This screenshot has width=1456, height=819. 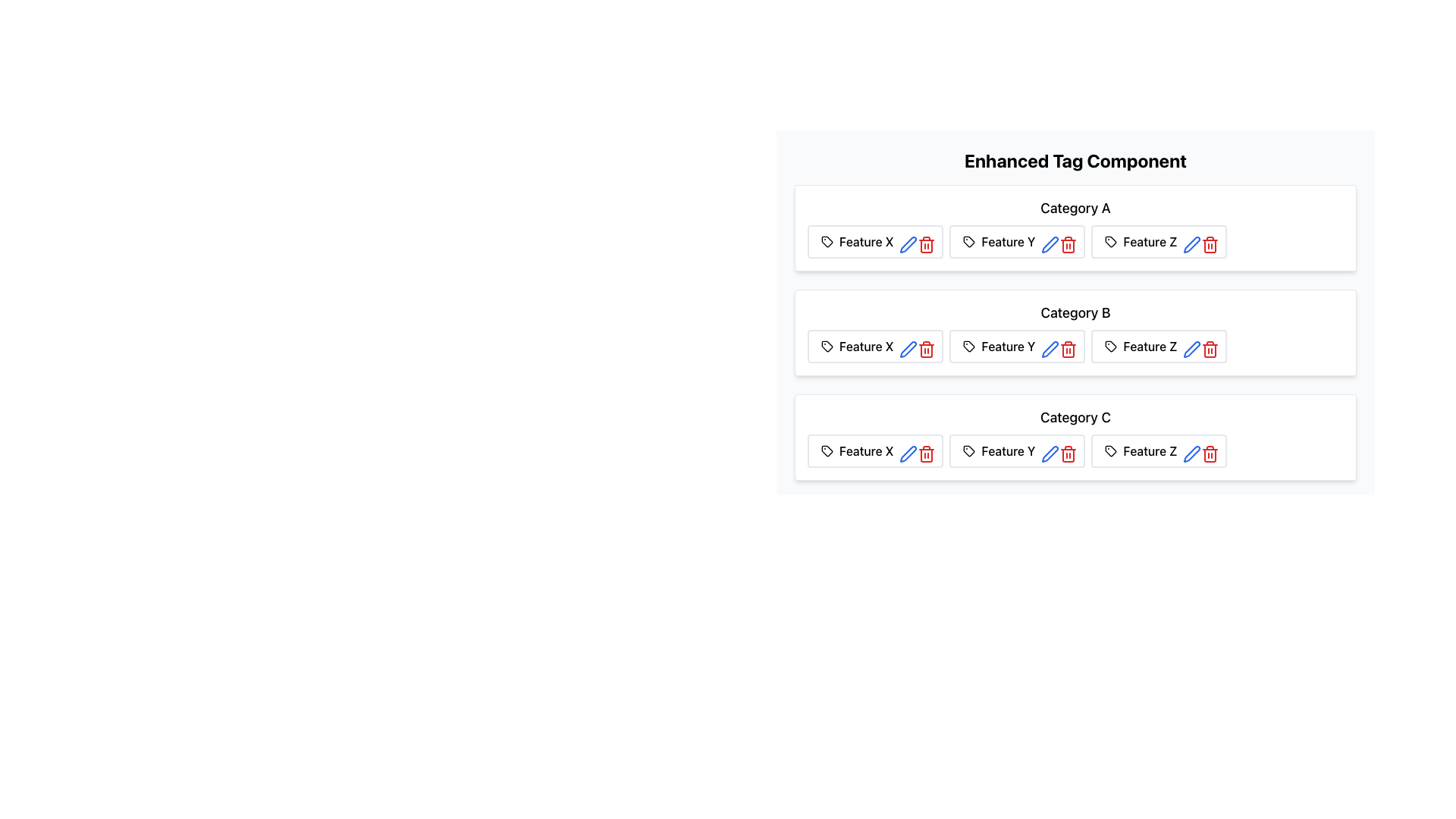 I want to click on the third icon (a trash bin) within the card labeled 'Feature Y', so click(x=1065, y=241).